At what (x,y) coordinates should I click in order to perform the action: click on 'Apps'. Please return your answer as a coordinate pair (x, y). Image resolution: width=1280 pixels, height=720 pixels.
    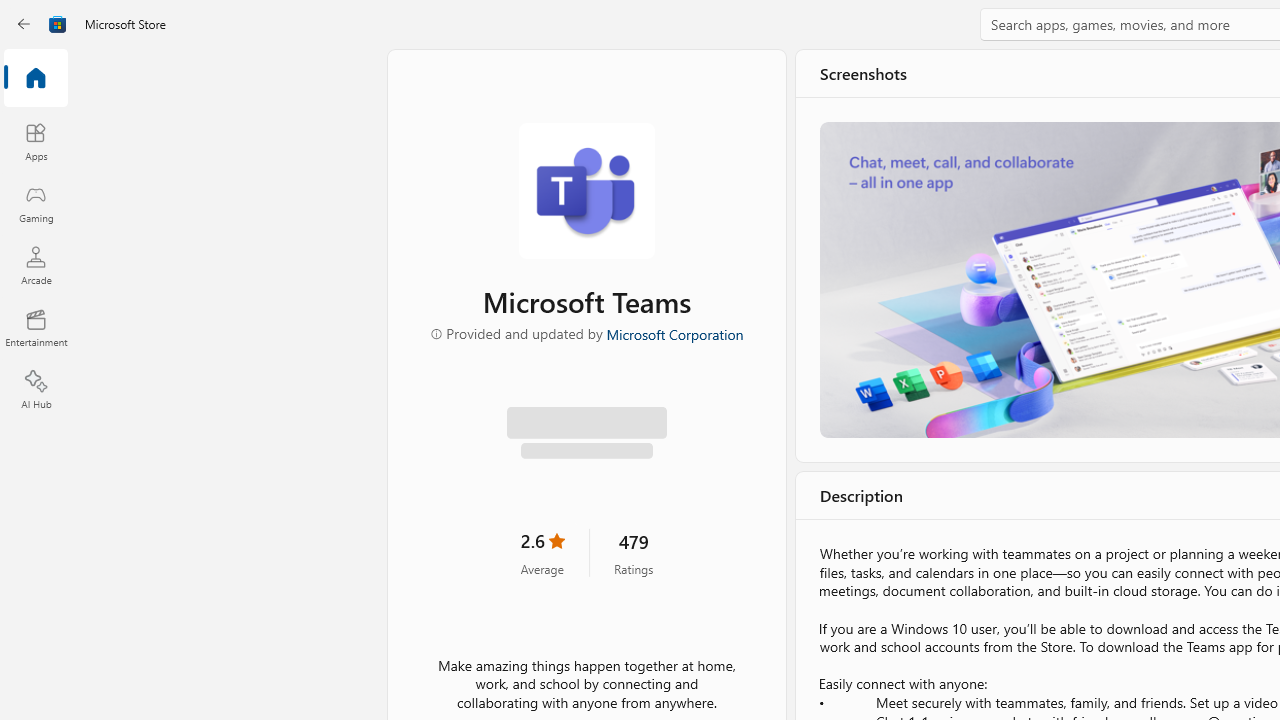
    Looking at the image, I should click on (35, 140).